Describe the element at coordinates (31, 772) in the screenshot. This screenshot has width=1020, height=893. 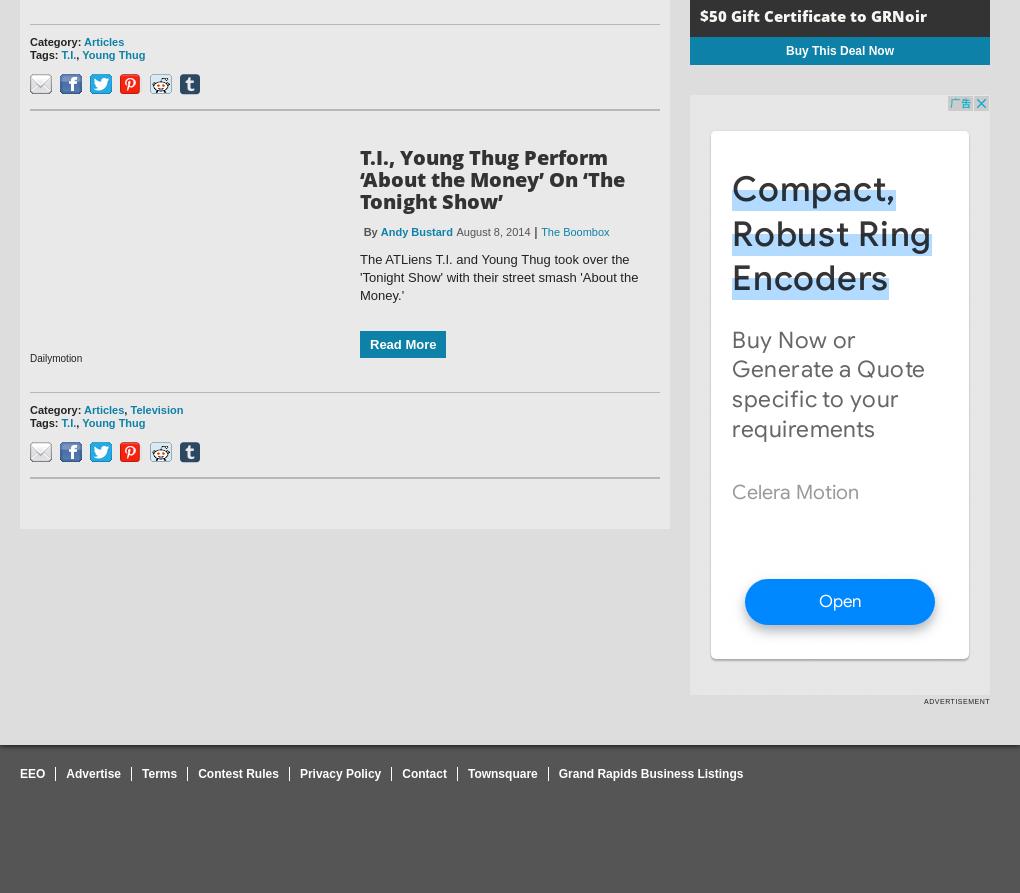
I see `'EEO'` at that location.